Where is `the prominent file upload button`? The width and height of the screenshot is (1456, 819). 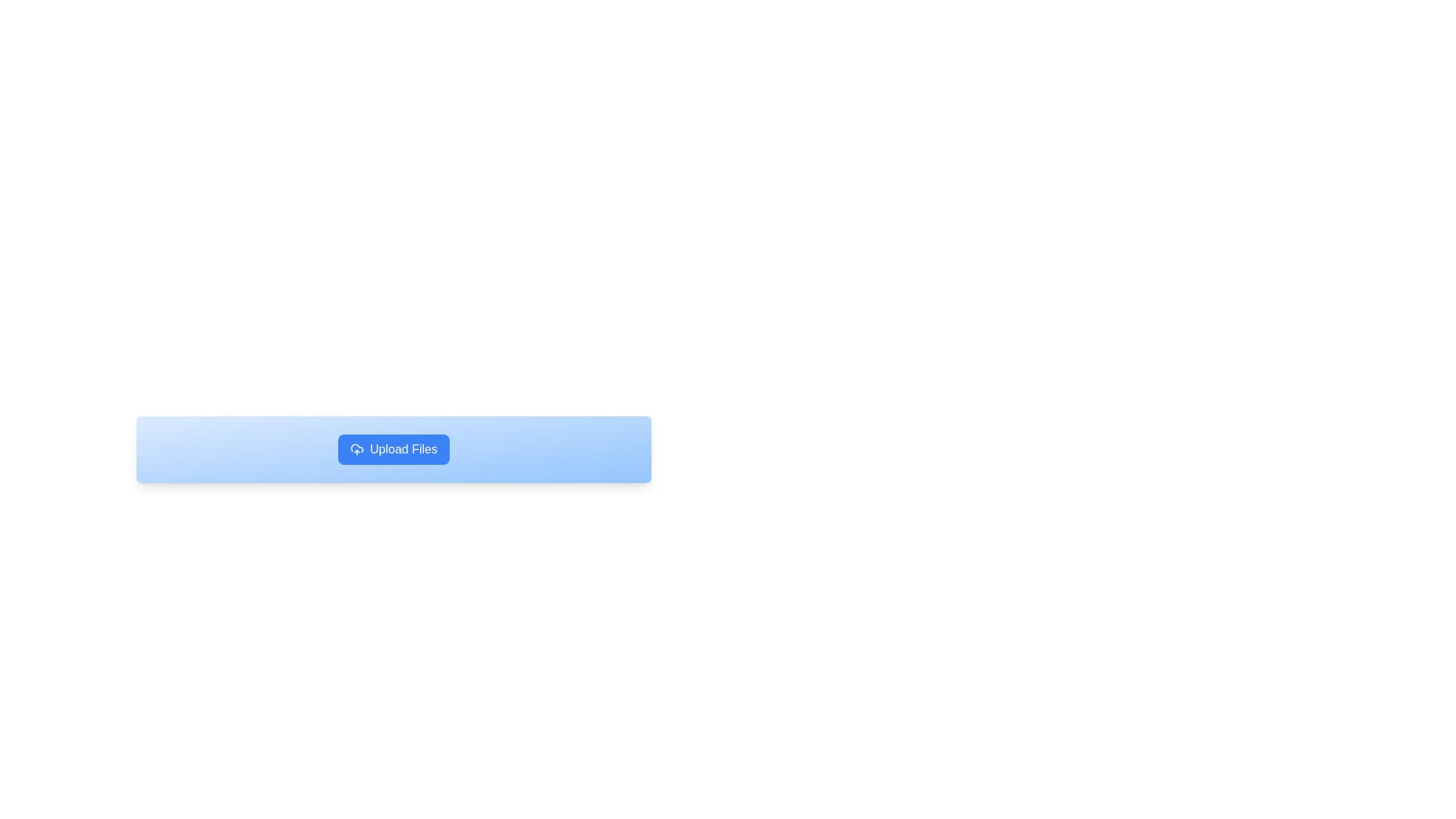
the prominent file upload button is located at coordinates (394, 449).